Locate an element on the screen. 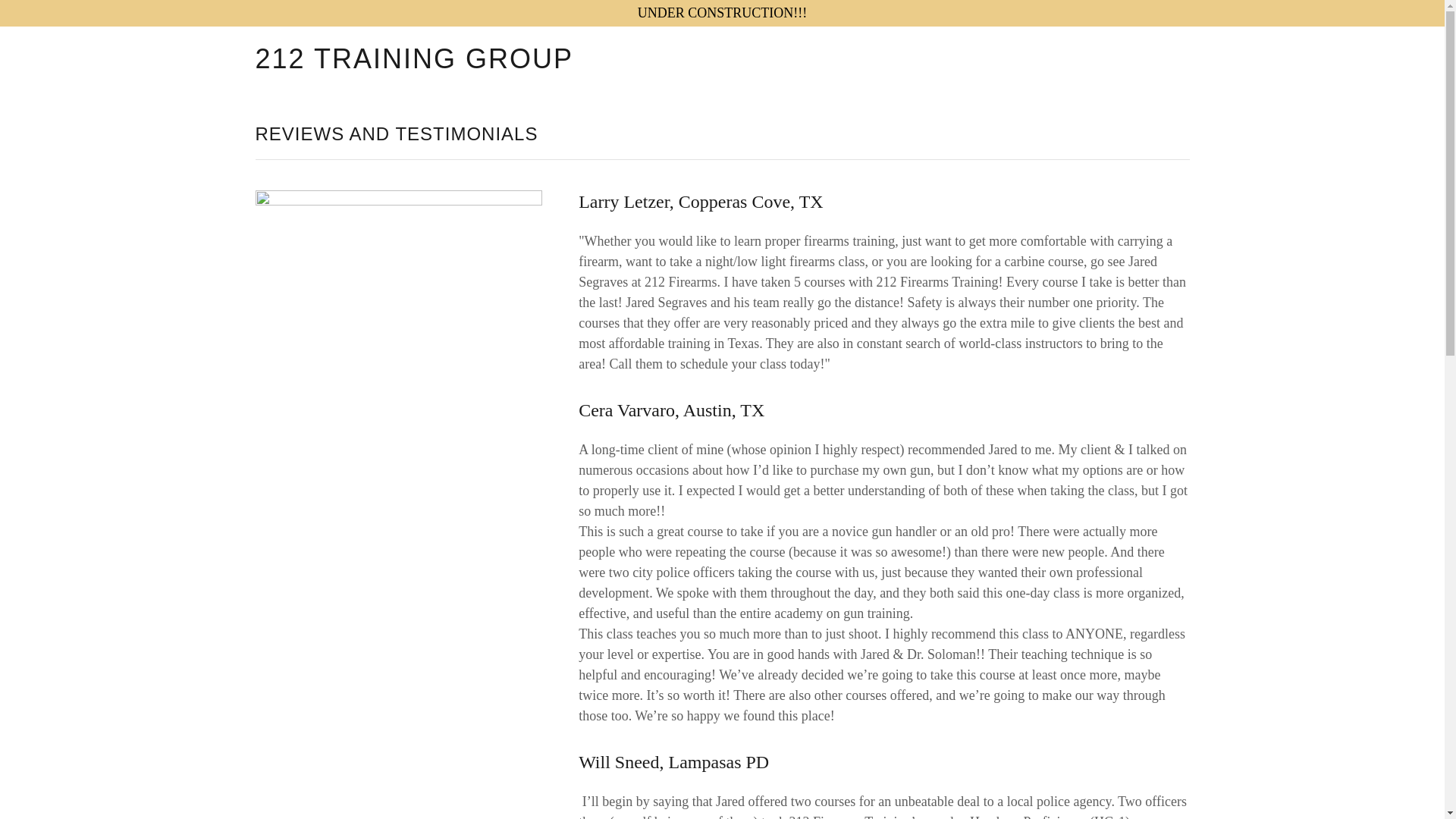  '212 TRAINING GROUP' is located at coordinates (418, 63).